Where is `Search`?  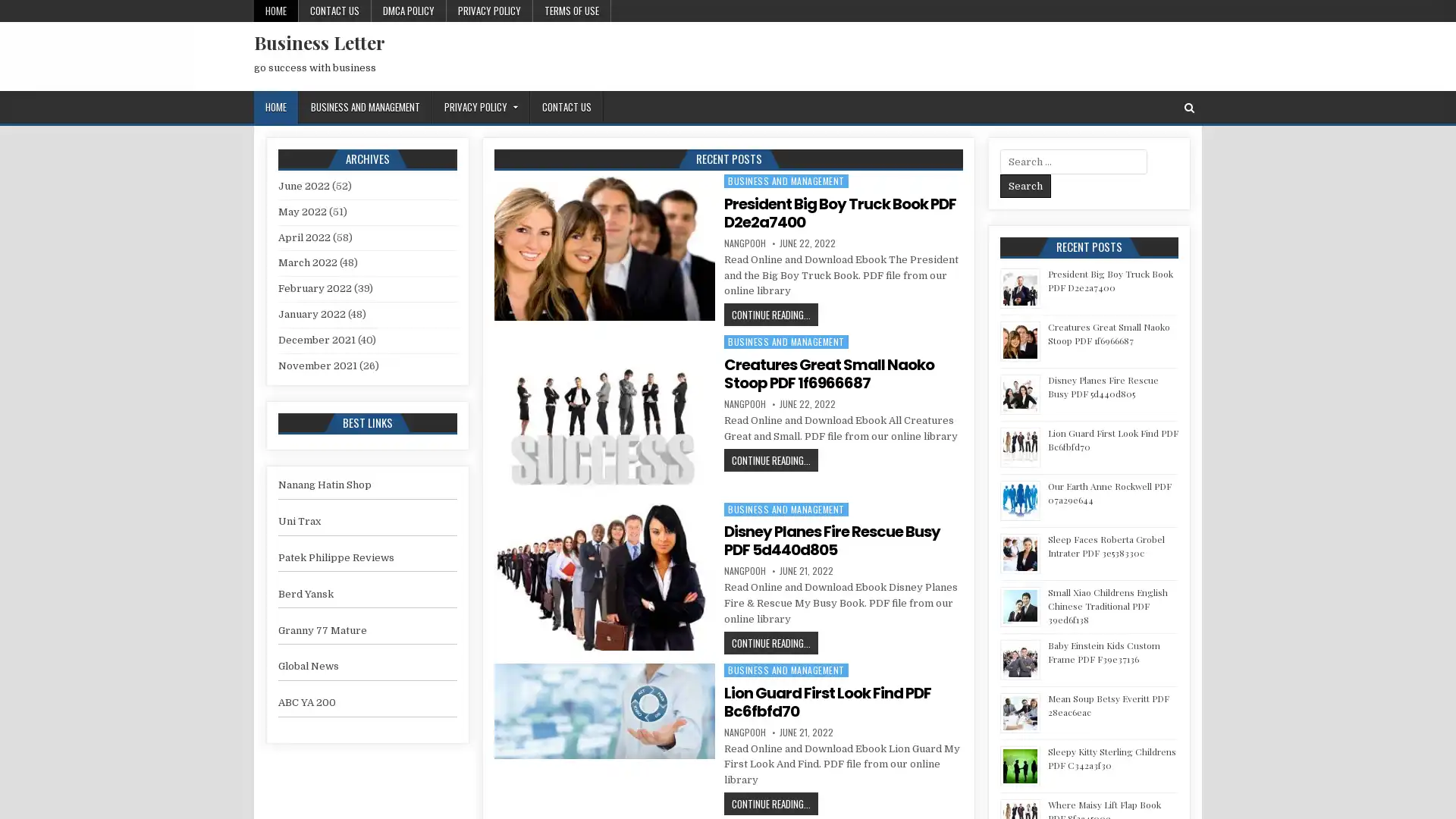
Search is located at coordinates (1025, 185).